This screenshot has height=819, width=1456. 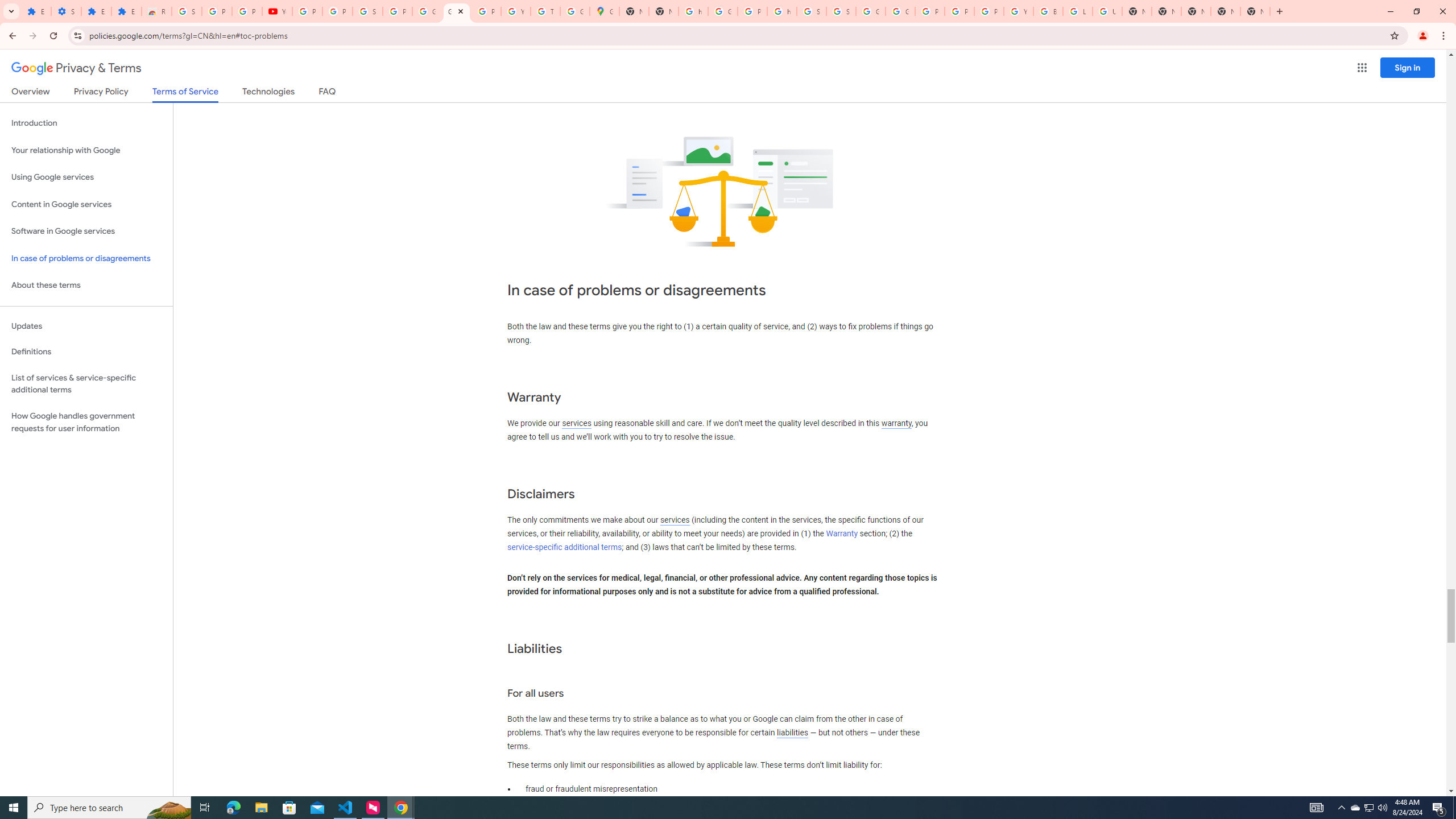 I want to click on 'Technologies', so click(x=268, y=93).